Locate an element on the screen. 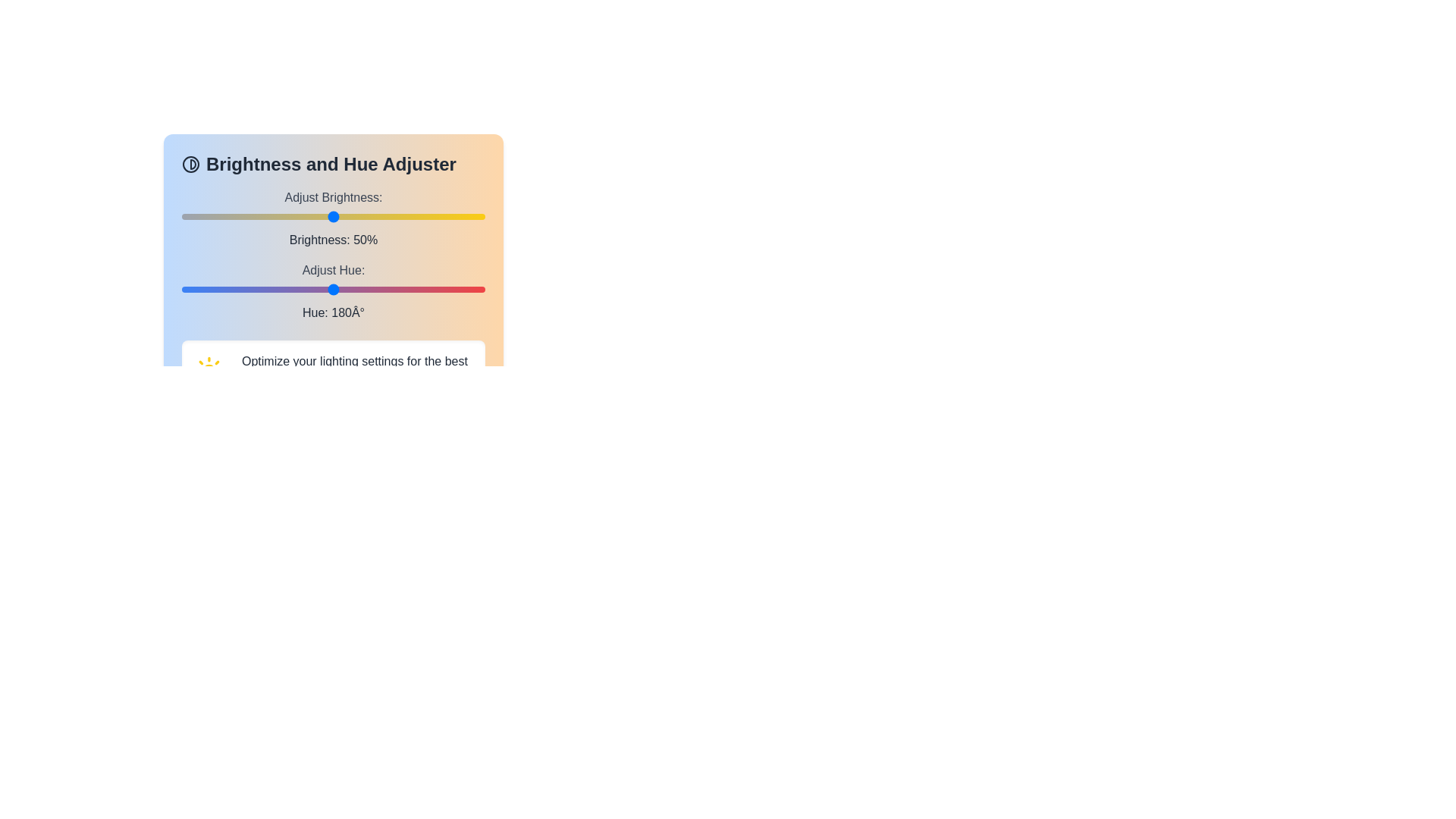  the hue to 99 degrees by moving the slider is located at coordinates (265, 289).